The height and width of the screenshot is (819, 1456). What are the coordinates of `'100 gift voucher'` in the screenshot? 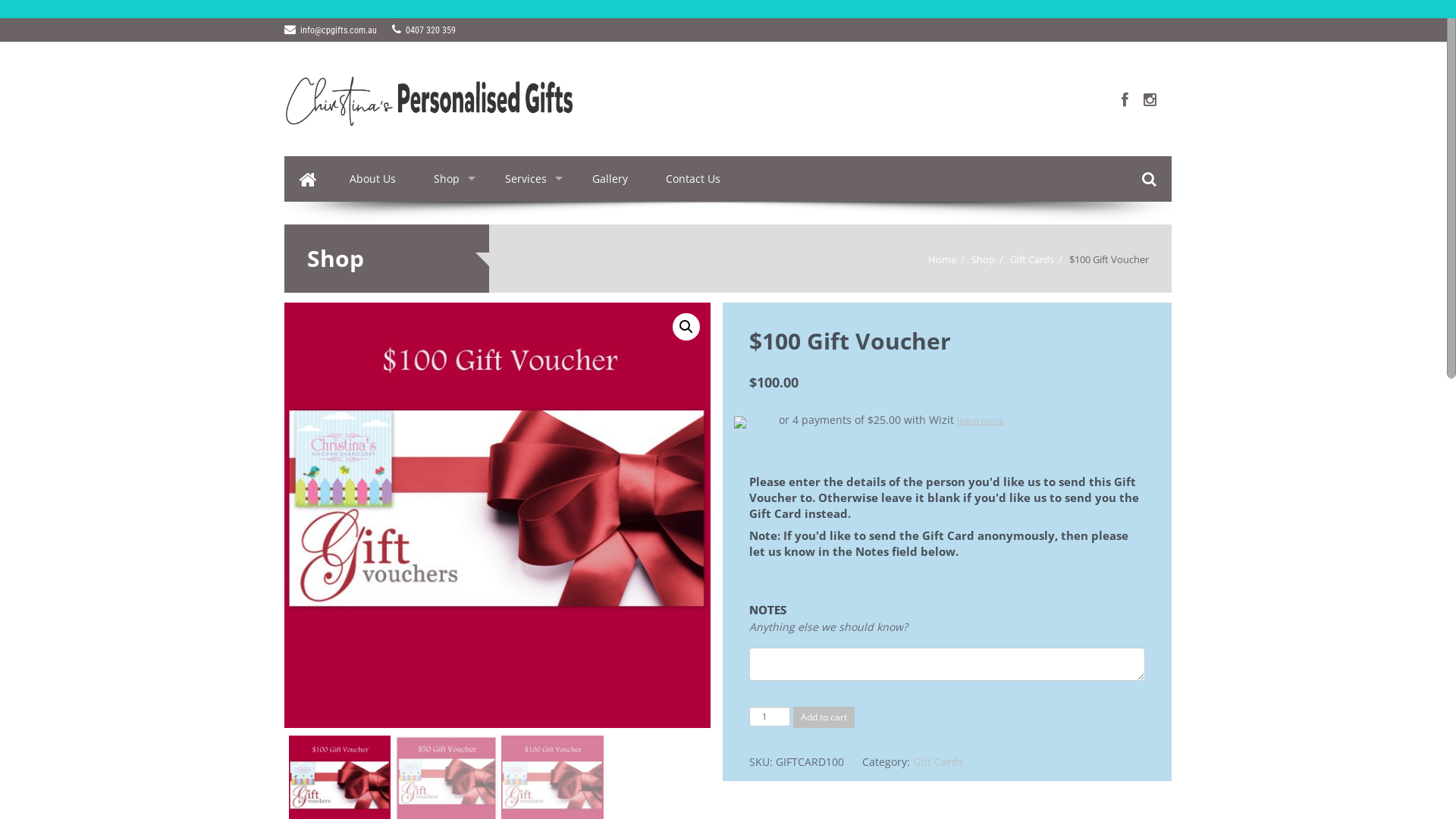 It's located at (497, 514).